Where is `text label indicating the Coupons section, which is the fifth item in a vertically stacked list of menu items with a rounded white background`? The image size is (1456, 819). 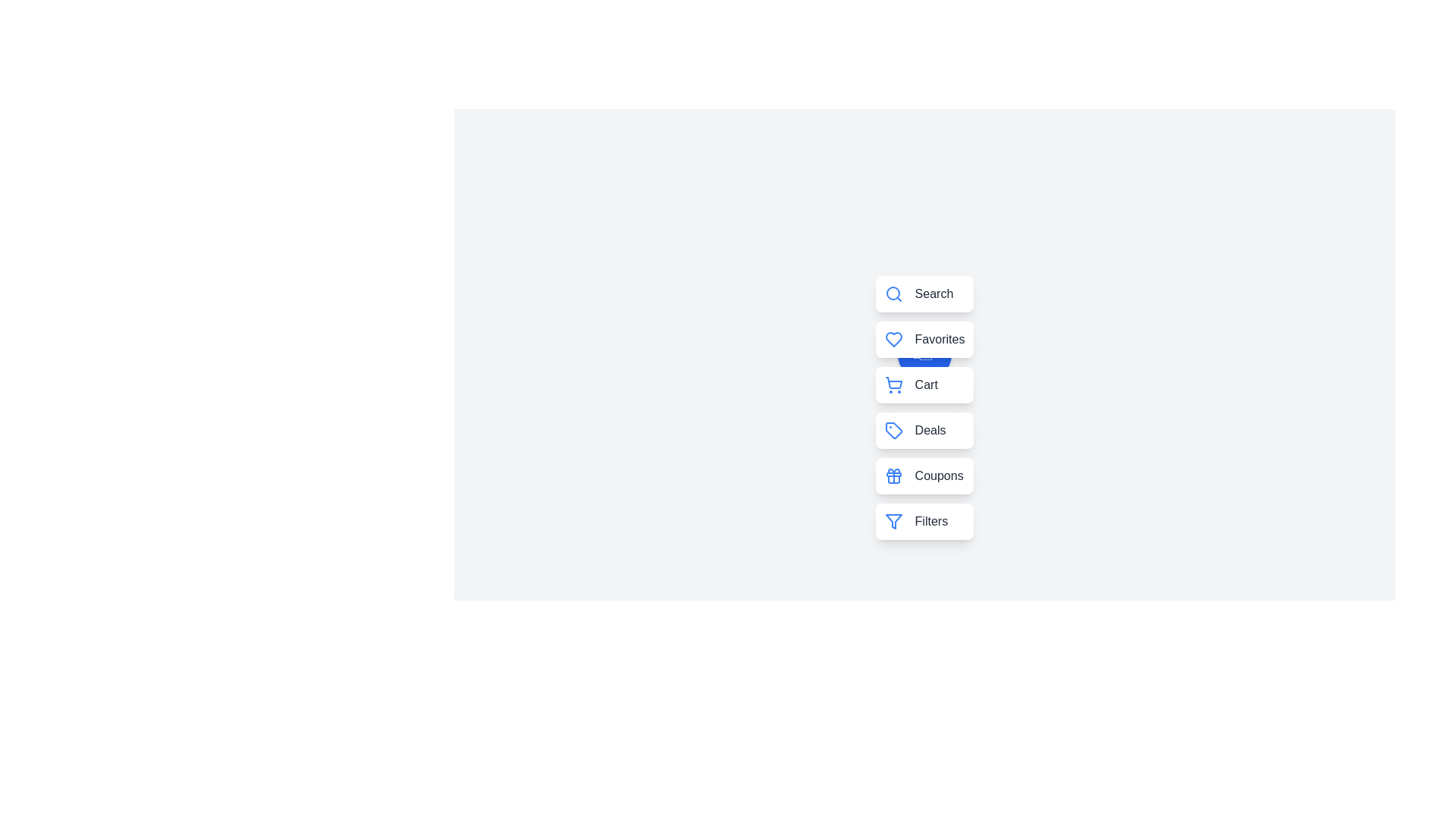
text label indicating the Coupons section, which is the fifth item in a vertically stacked list of menu items with a rounded white background is located at coordinates (938, 475).